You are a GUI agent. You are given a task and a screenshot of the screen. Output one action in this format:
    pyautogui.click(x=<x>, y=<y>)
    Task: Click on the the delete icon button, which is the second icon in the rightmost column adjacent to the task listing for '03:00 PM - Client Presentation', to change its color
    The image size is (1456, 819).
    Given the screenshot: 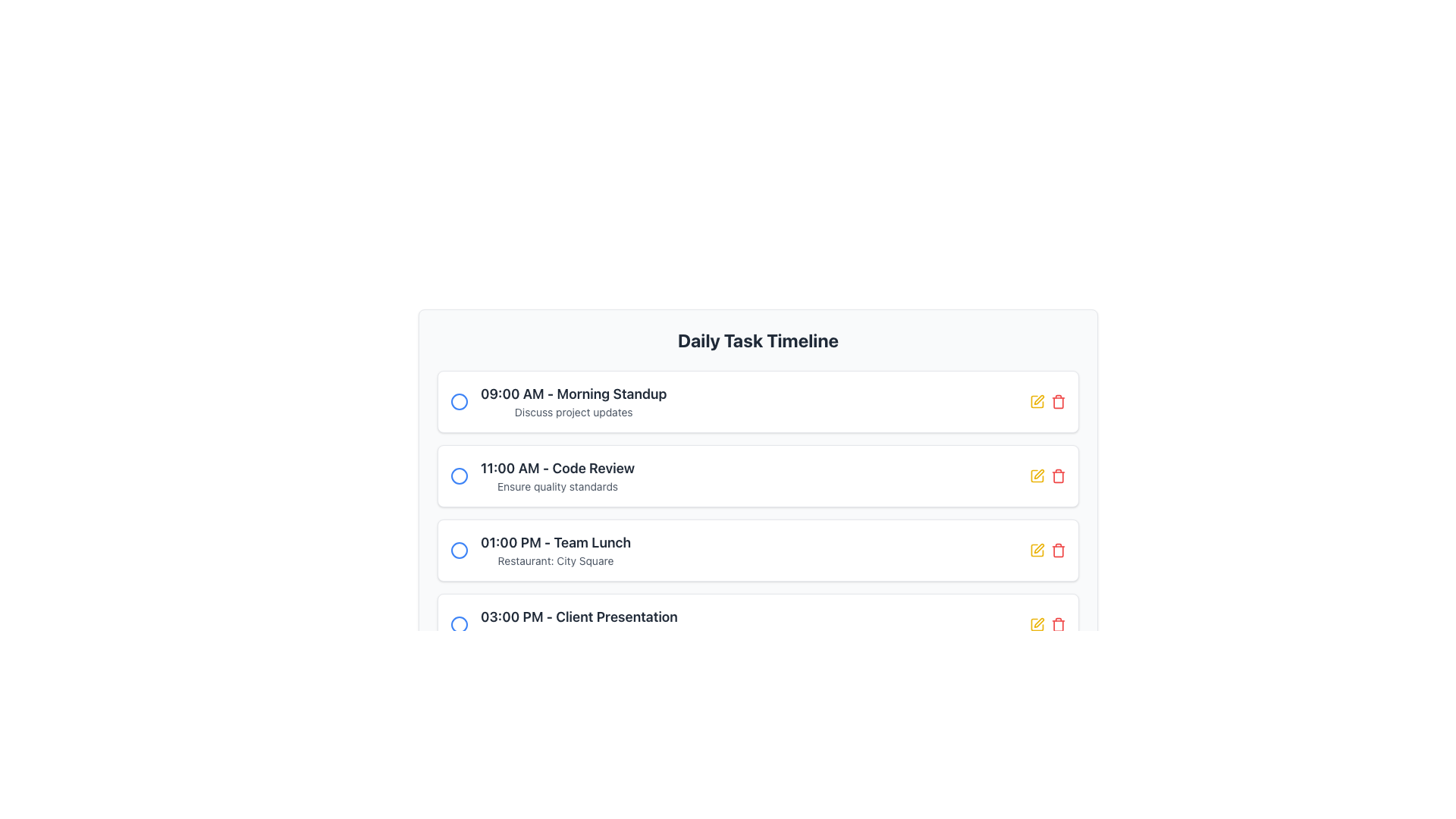 What is the action you would take?
    pyautogui.click(x=1058, y=625)
    